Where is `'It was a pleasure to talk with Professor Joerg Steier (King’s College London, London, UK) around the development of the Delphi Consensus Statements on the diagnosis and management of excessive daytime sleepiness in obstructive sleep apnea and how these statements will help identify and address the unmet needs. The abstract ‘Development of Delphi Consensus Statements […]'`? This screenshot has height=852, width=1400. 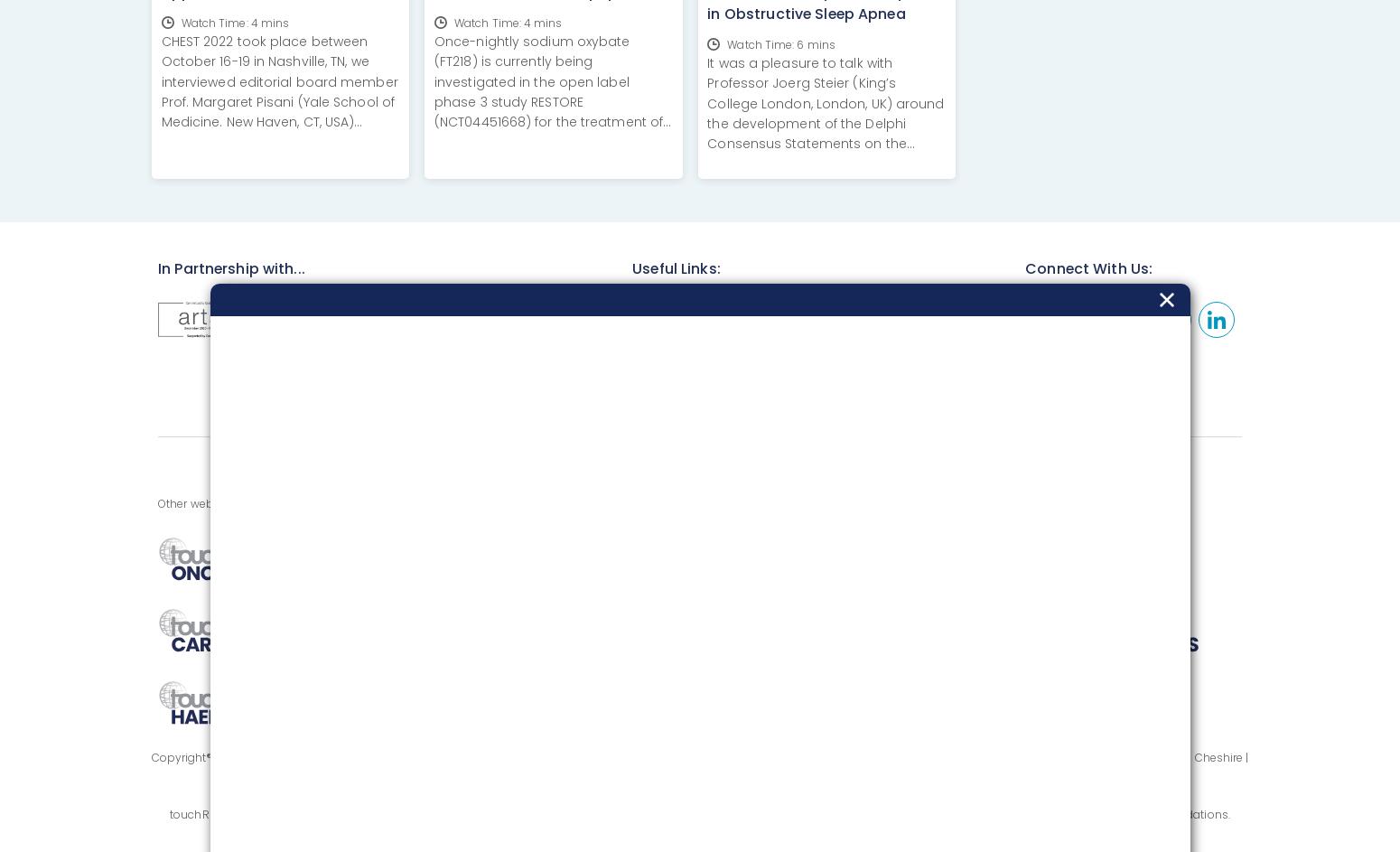
'It was a pleasure to talk with Professor Joerg Steier (King’s College London, London, UK) around the development of the Delphi Consensus Statements on the diagnosis and management of excessive daytime sleepiness in obstructive sleep apnea and how these statements will help identify and address the unmet needs. The abstract ‘Development of Delphi Consensus Statements […]' is located at coordinates (826, 173).